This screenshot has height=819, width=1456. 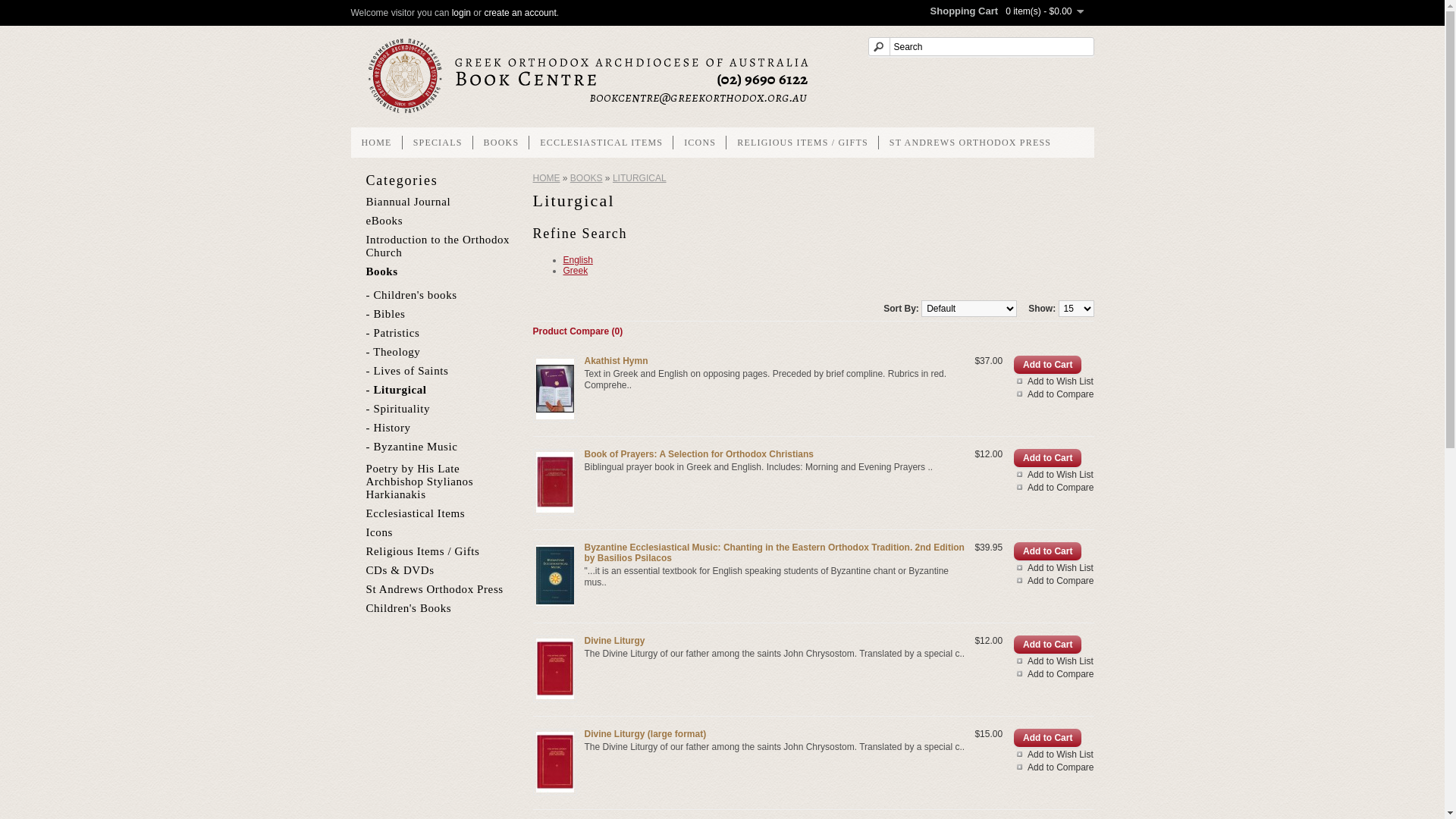 What do you see at coordinates (440, 295) in the screenshot?
I see `'- Children's books'` at bounding box center [440, 295].